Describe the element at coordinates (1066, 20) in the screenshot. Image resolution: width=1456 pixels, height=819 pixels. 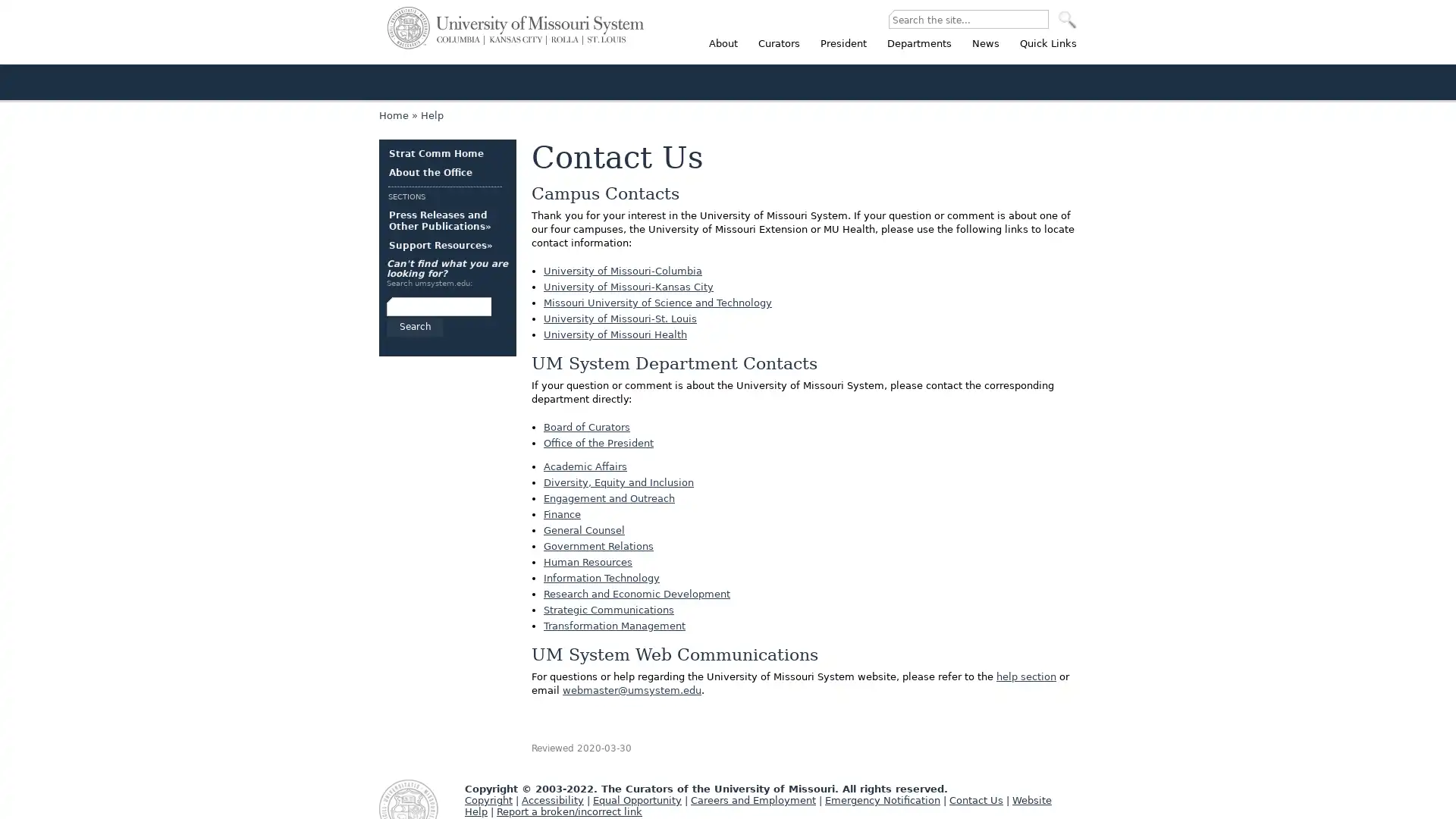
I see `SEARCH` at that location.